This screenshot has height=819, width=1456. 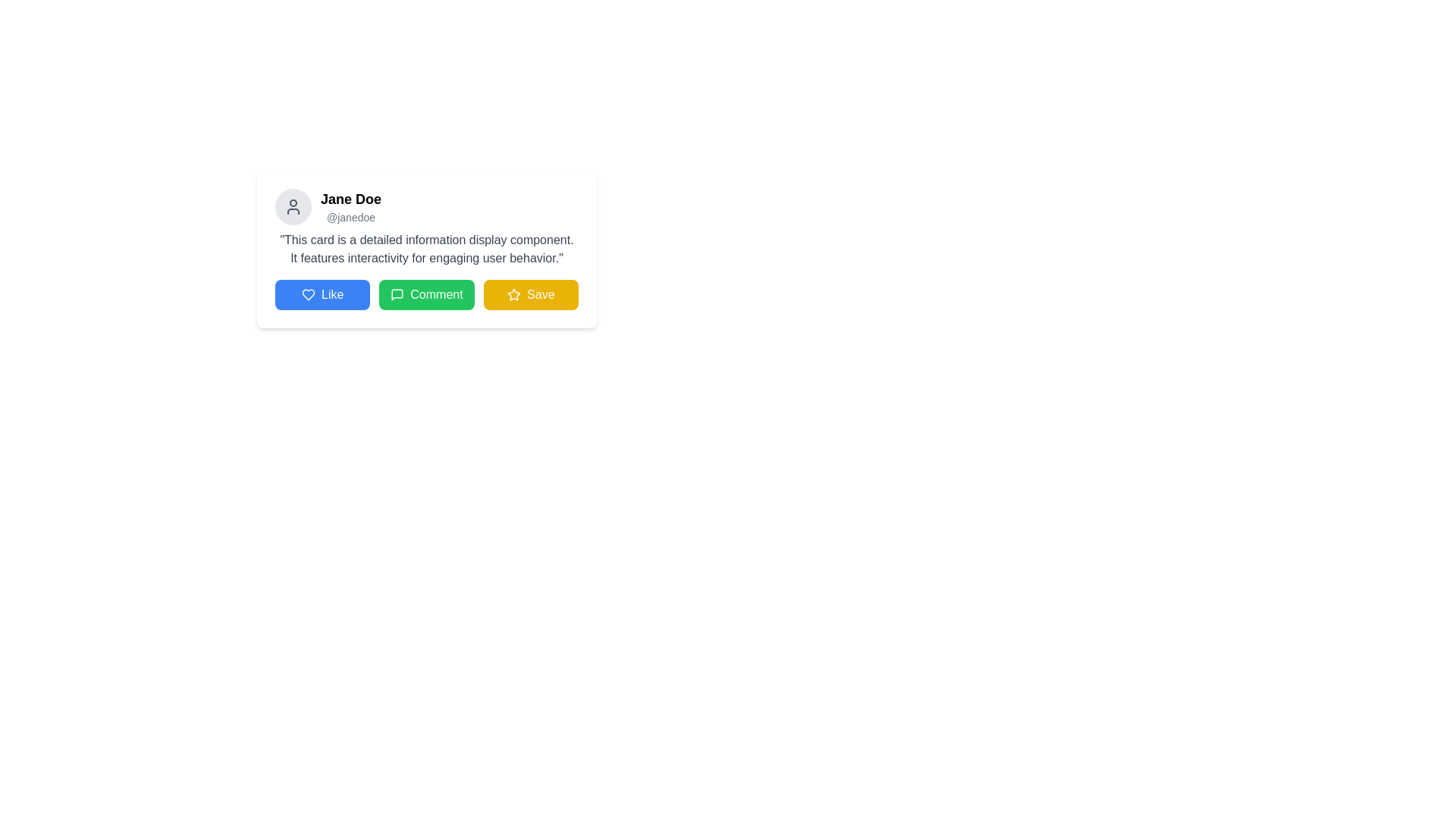 What do you see at coordinates (397, 295) in the screenshot?
I see `the green speech bubble icon located to the left of the 'Comment' text within the button component` at bounding box center [397, 295].